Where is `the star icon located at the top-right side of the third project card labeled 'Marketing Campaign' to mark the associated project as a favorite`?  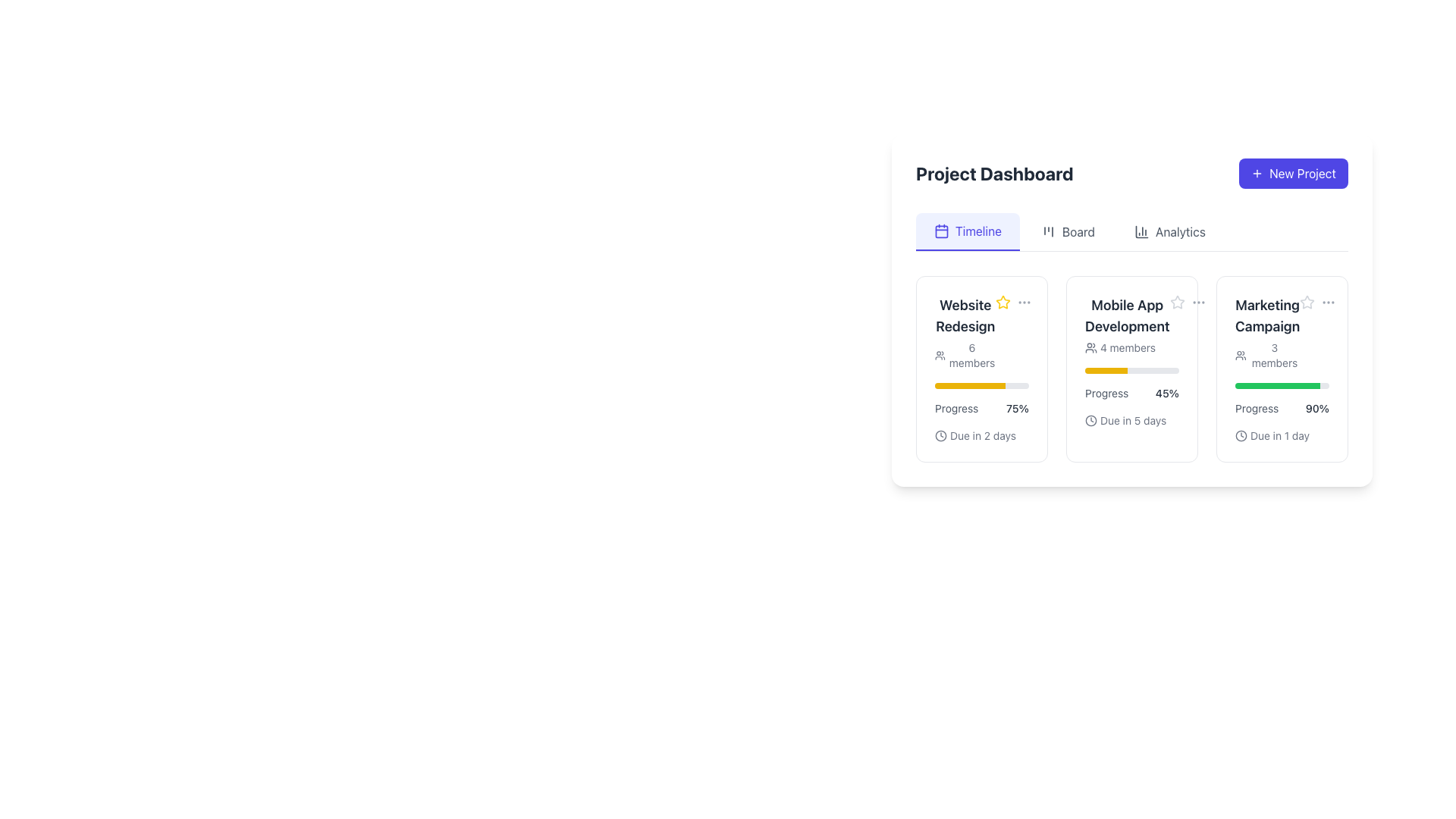
the star icon located at the top-right side of the third project card labeled 'Marketing Campaign' to mark the associated project as a favorite is located at coordinates (1307, 302).